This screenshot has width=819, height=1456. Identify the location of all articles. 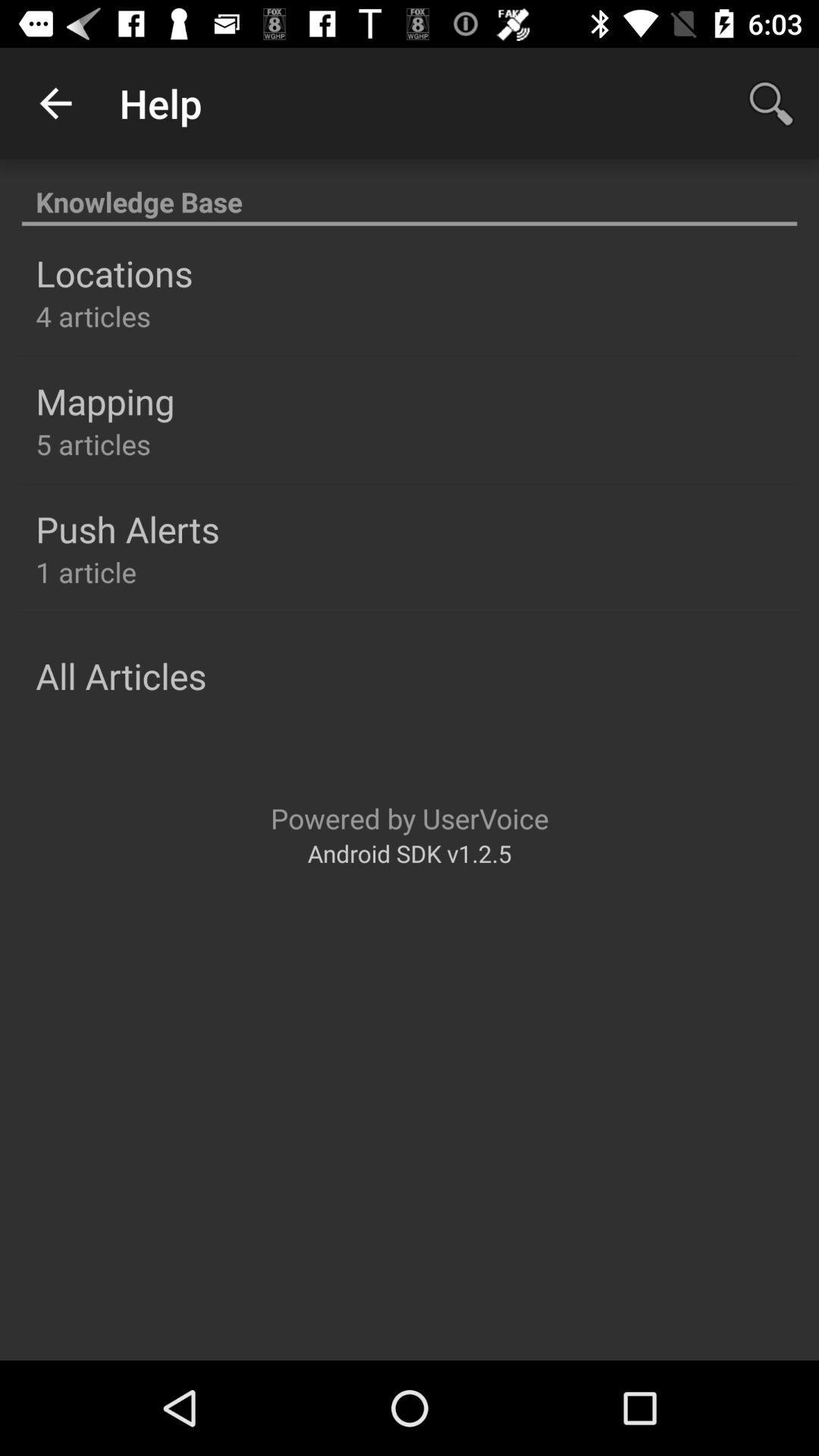
(120, 675).